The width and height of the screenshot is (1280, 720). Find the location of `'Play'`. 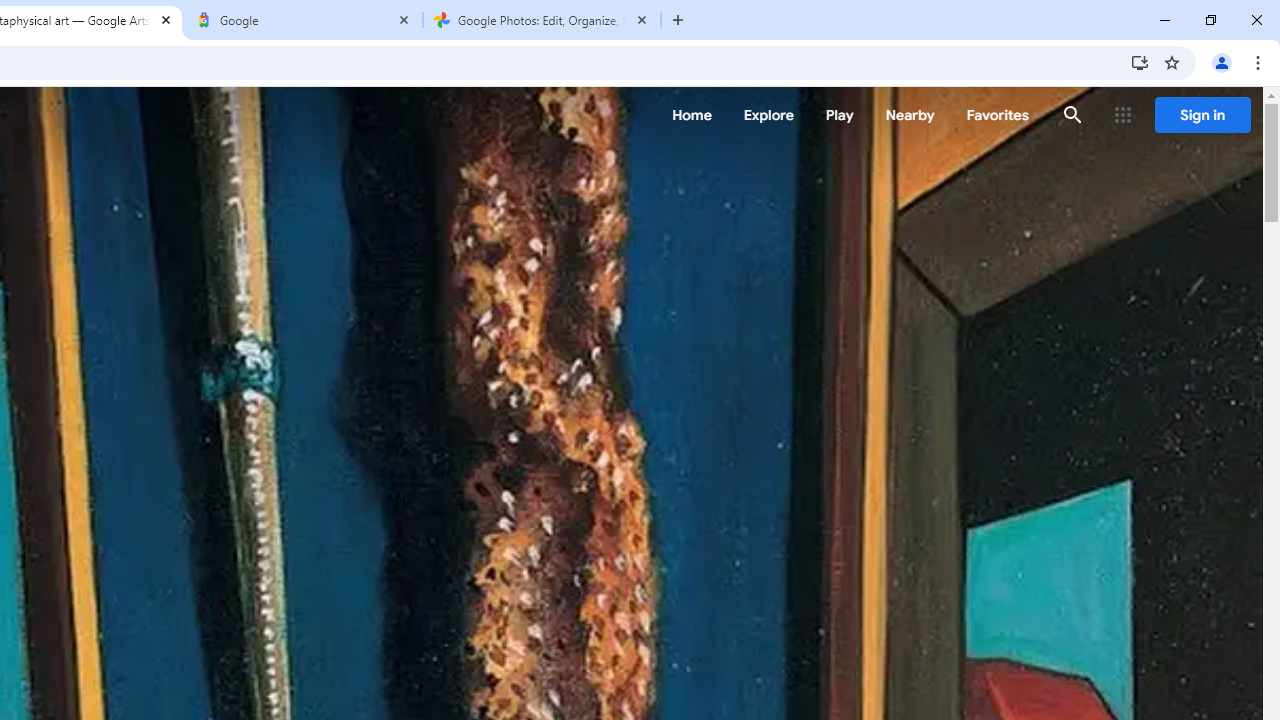

'Play' is located at coordinates (840, 115).